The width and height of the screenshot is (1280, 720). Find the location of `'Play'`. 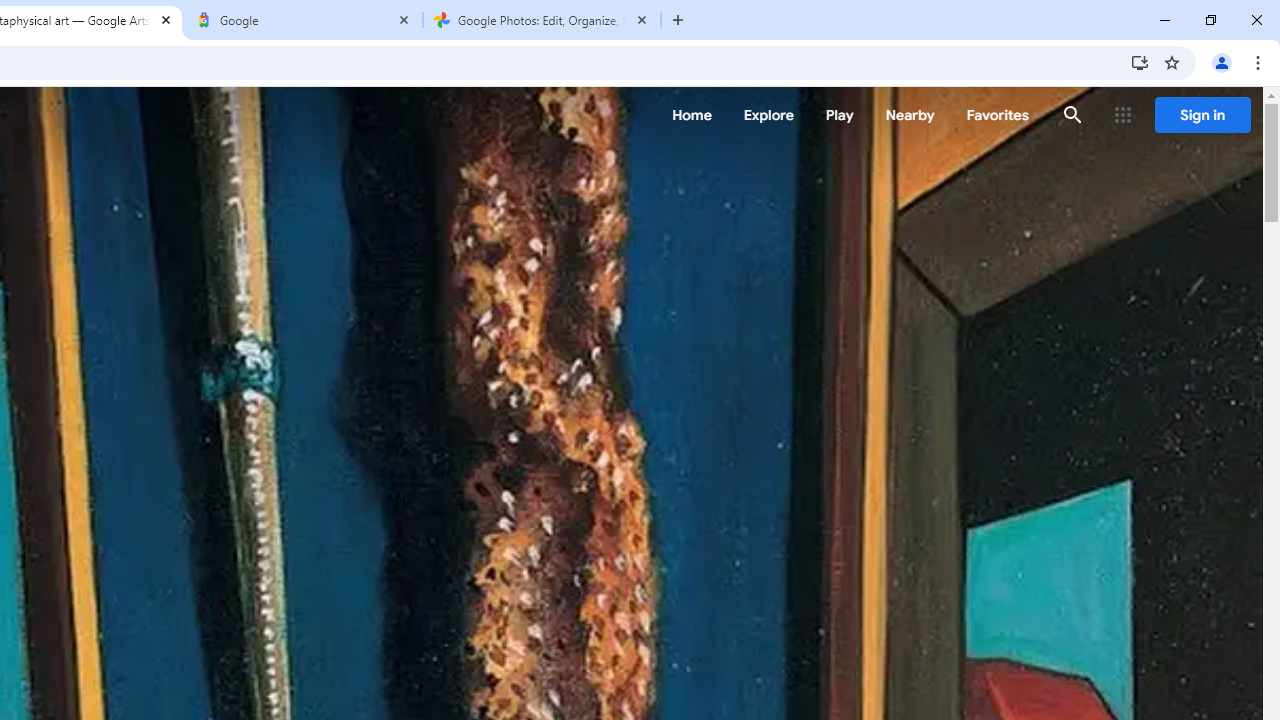

'Play' is located at coordinates (840, 115).